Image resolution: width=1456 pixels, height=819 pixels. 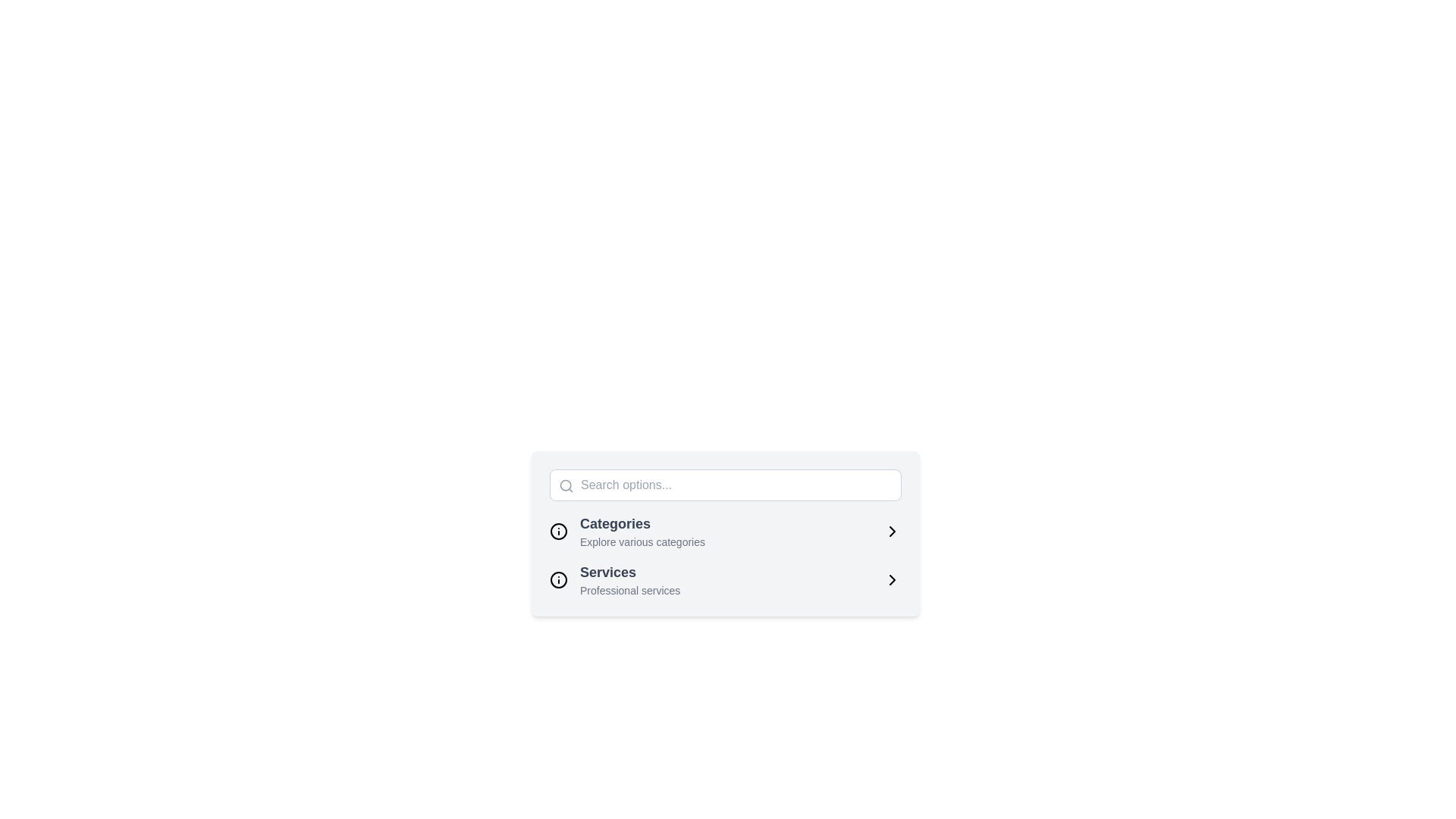 I want to click on the circular icon with a thick black border and inner design suggesting information or help, which is located to the left of the 'Services' and 'Professional services' text, so click(x=558, y=579).